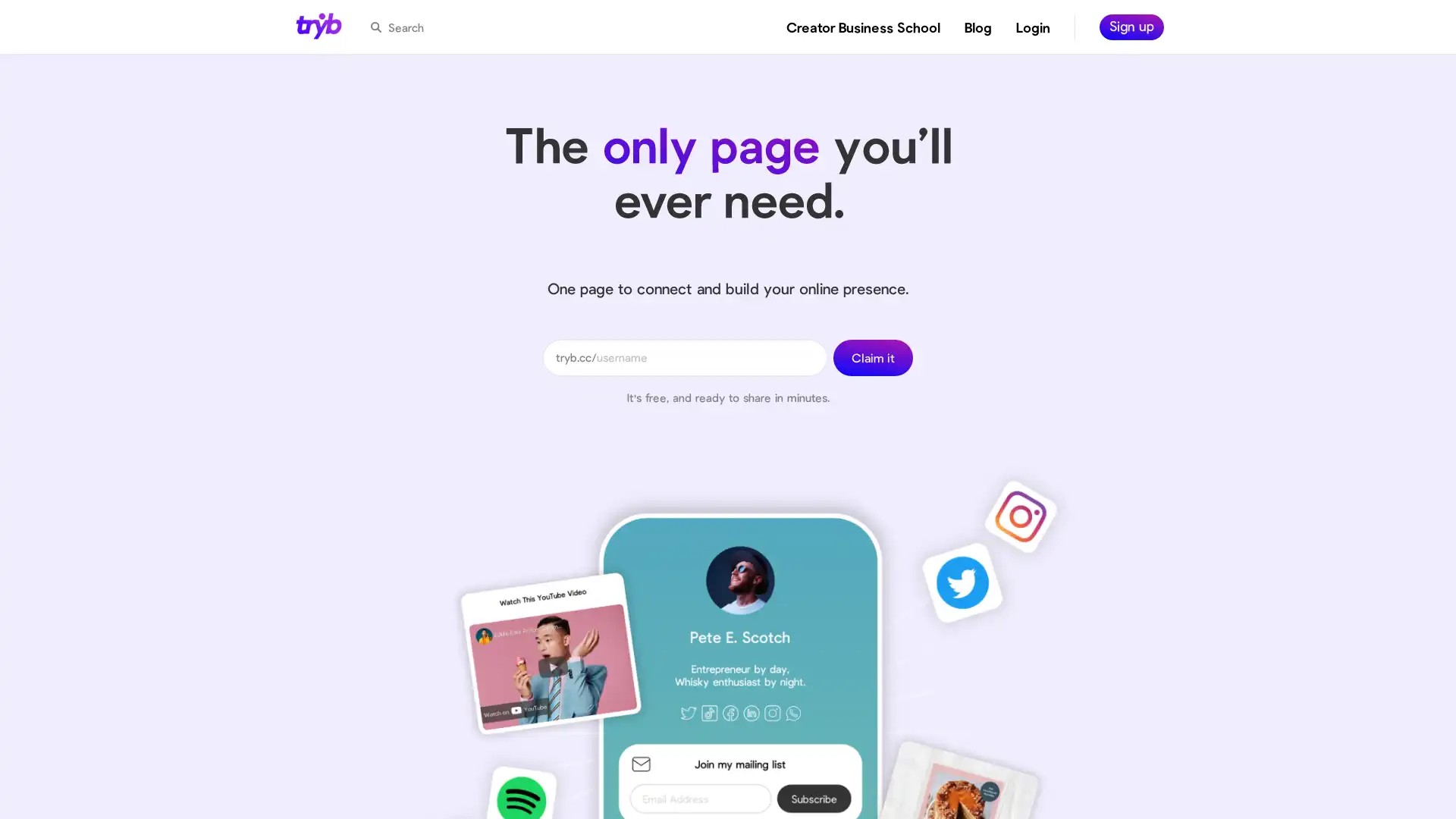  Describe the element at coordinates (873, 357) in the screenshot. I see `Claim it` at that location.